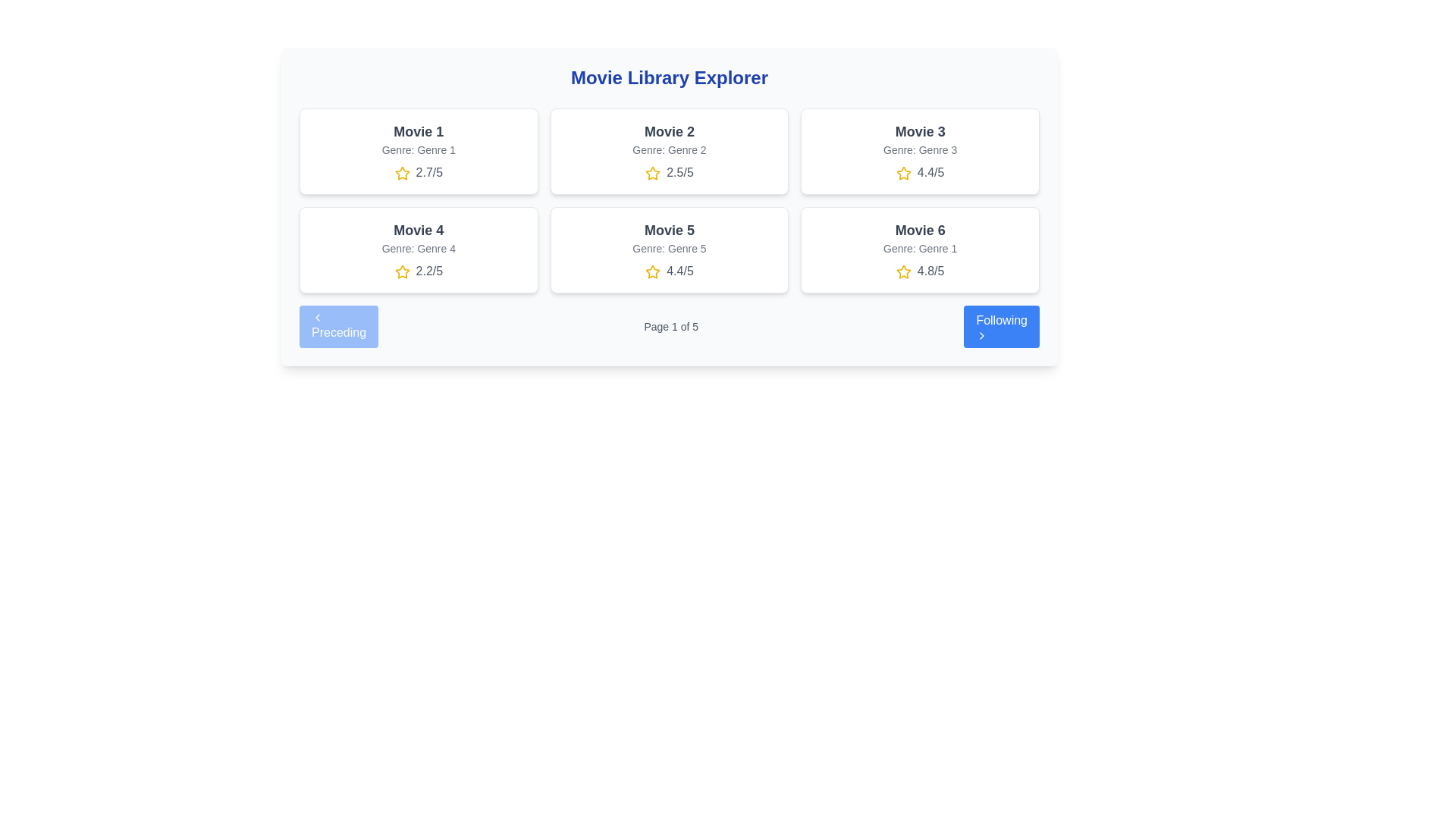 Image resolution: width=1456 pixels, height=819 pixels. I want to click on the text label displaying 'Genre: Genre 2' located below the title 'Movie 2' within the card layout, so click(669, 149).